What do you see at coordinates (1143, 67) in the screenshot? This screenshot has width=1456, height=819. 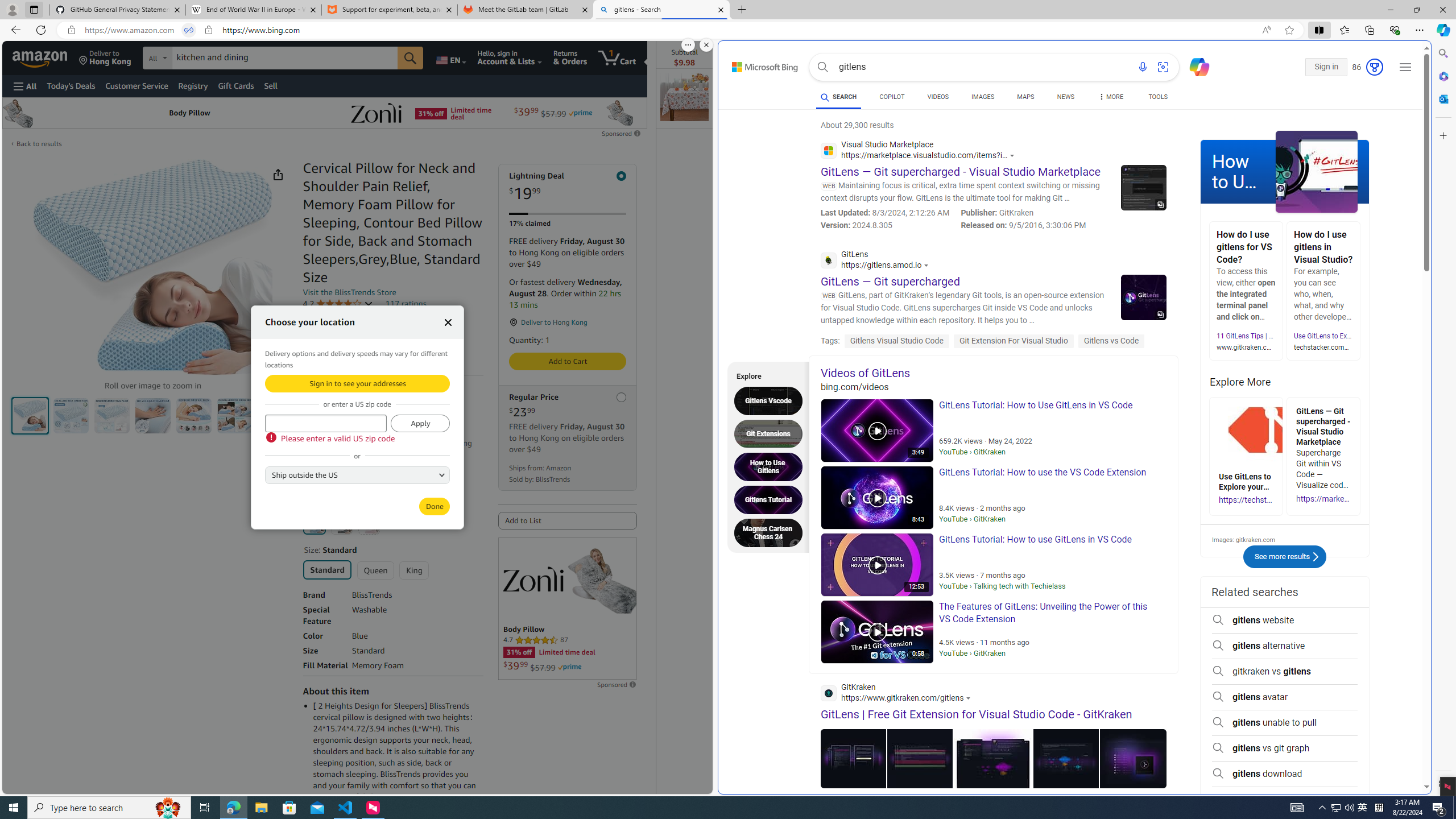 I see `'Search using voice'` at bounding box center [1143, 67].